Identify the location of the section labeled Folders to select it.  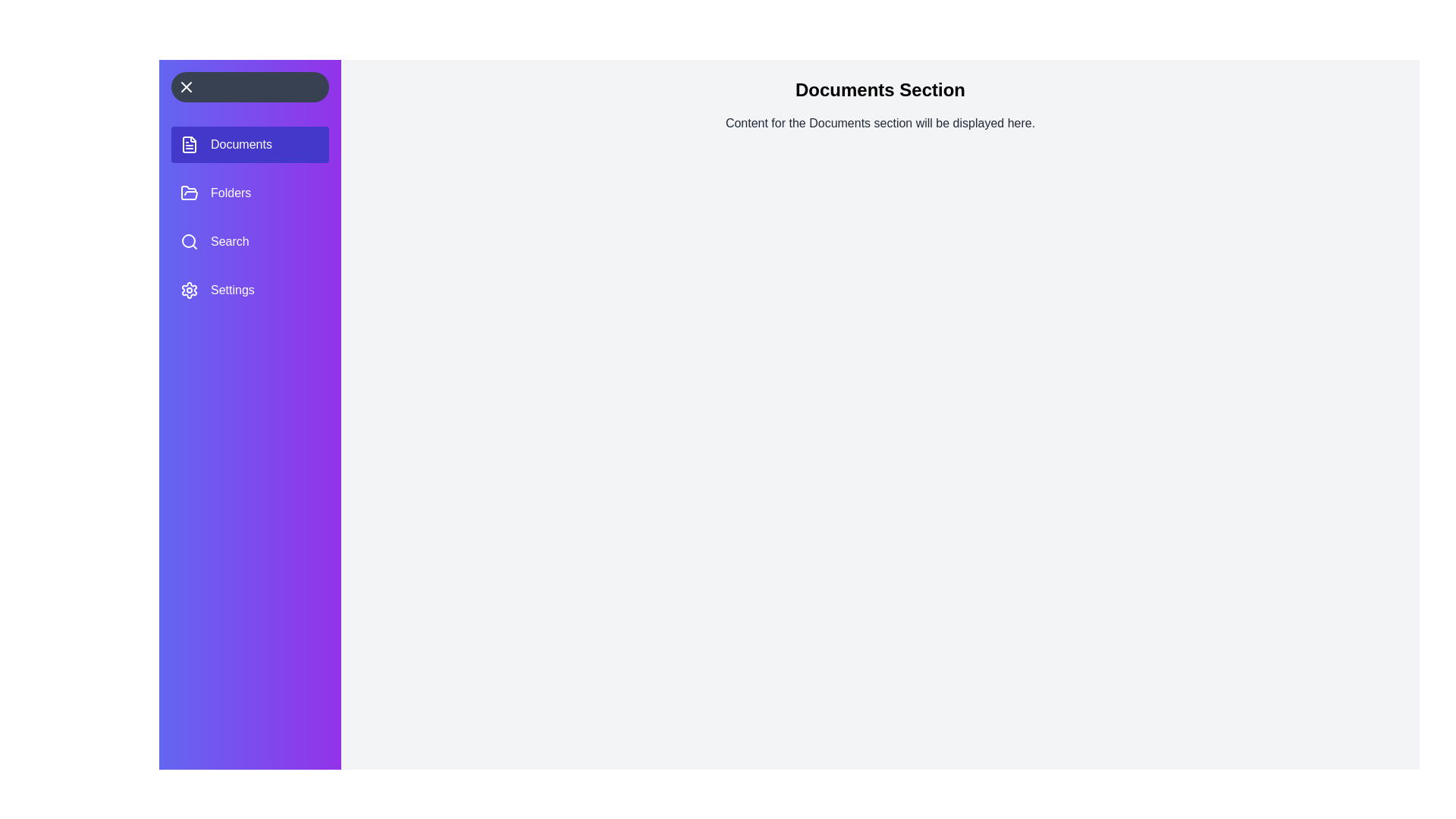
(250, 192).